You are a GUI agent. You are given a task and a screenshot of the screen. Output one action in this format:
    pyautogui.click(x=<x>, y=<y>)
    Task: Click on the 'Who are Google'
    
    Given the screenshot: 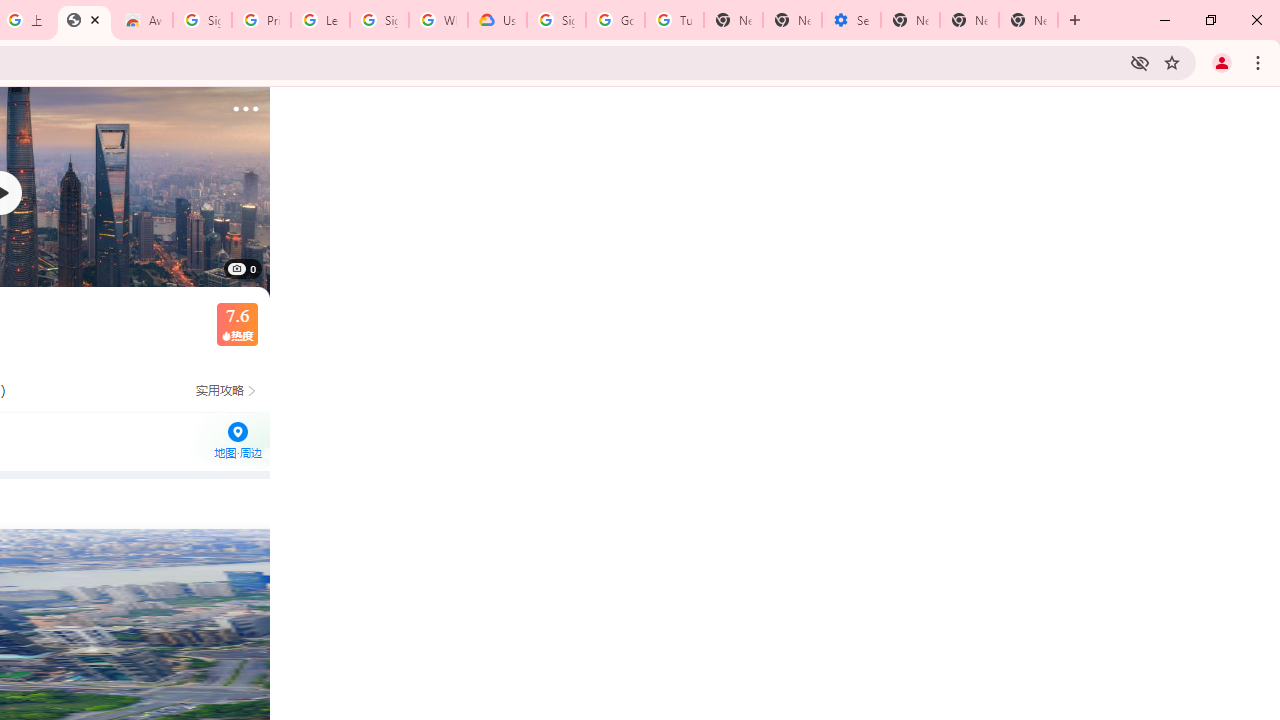 What is the action you would take?
    pyautogui.click(x=437, y=20)
    